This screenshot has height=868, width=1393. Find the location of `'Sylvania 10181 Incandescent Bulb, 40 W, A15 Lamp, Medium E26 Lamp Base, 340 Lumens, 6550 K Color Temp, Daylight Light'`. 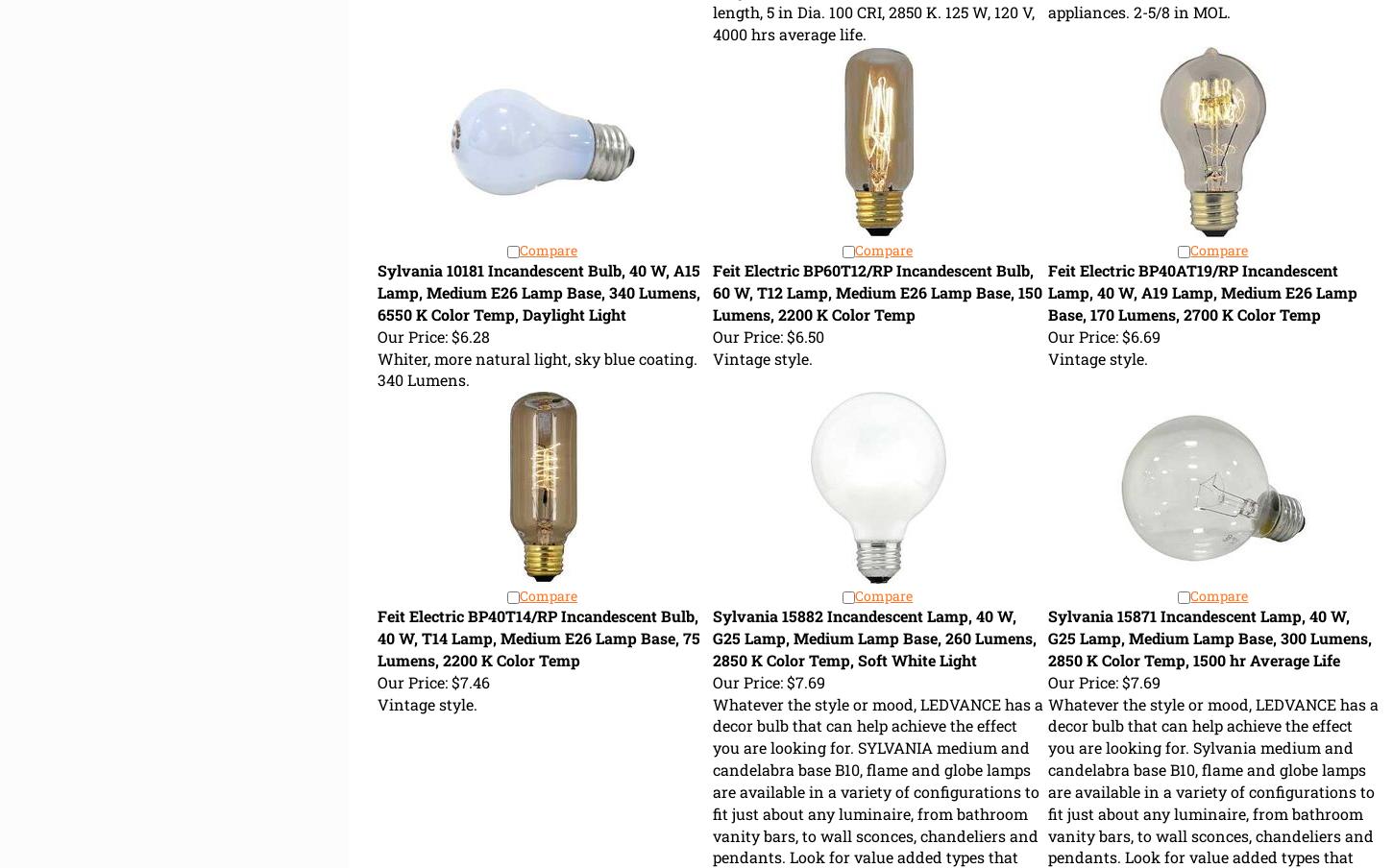

'Sylvania 10181 Incandescent Bulb, 40 W, A15 Lamp, Medium E26 Lamp Base, 340 Lumens, 6550 K Color Temp, Daylight Light' is located at coordinates (537, 292).